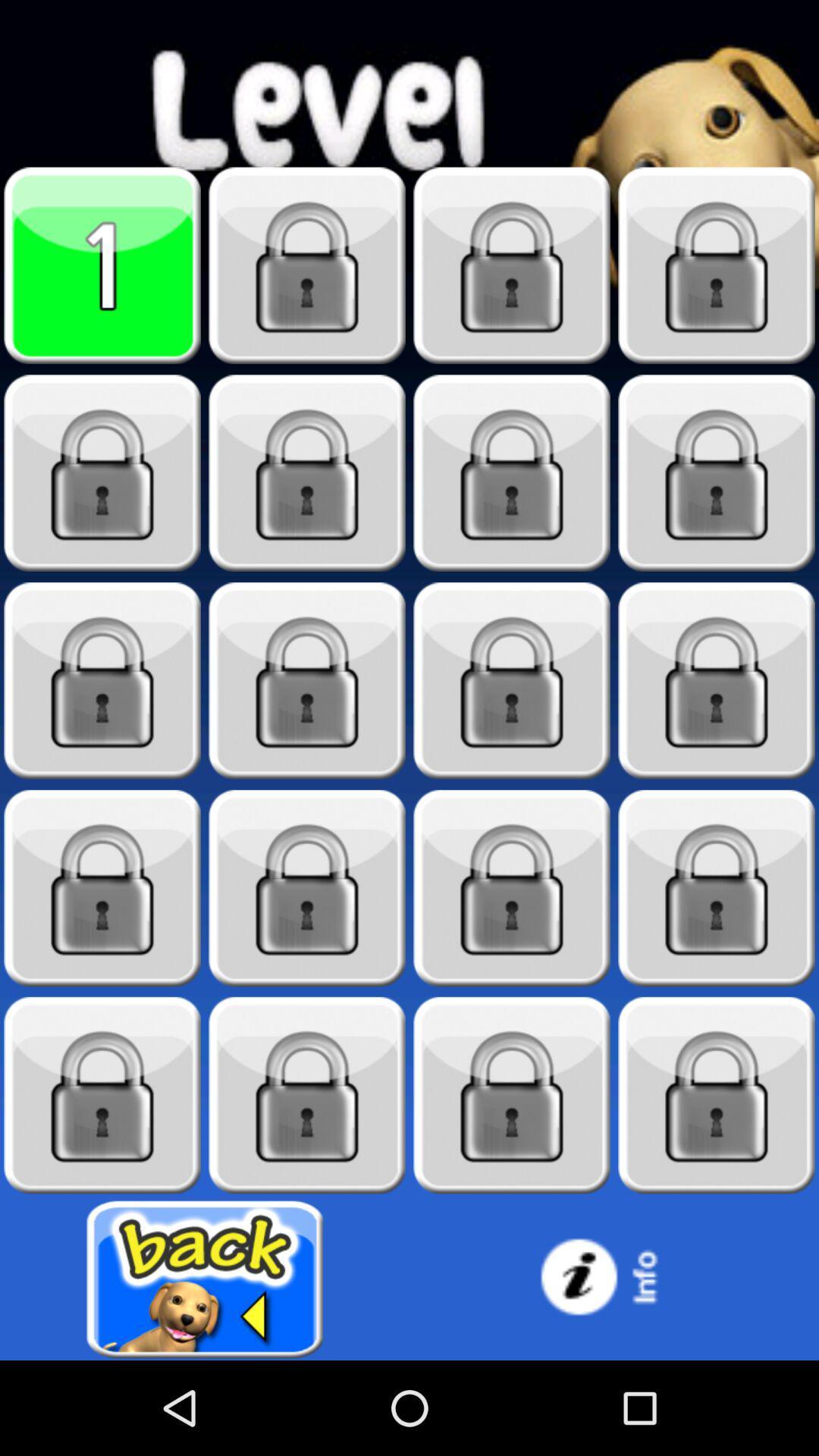 This screenshot has height=1456, width=819. I want to click on locked level on game, so click(512, 265).